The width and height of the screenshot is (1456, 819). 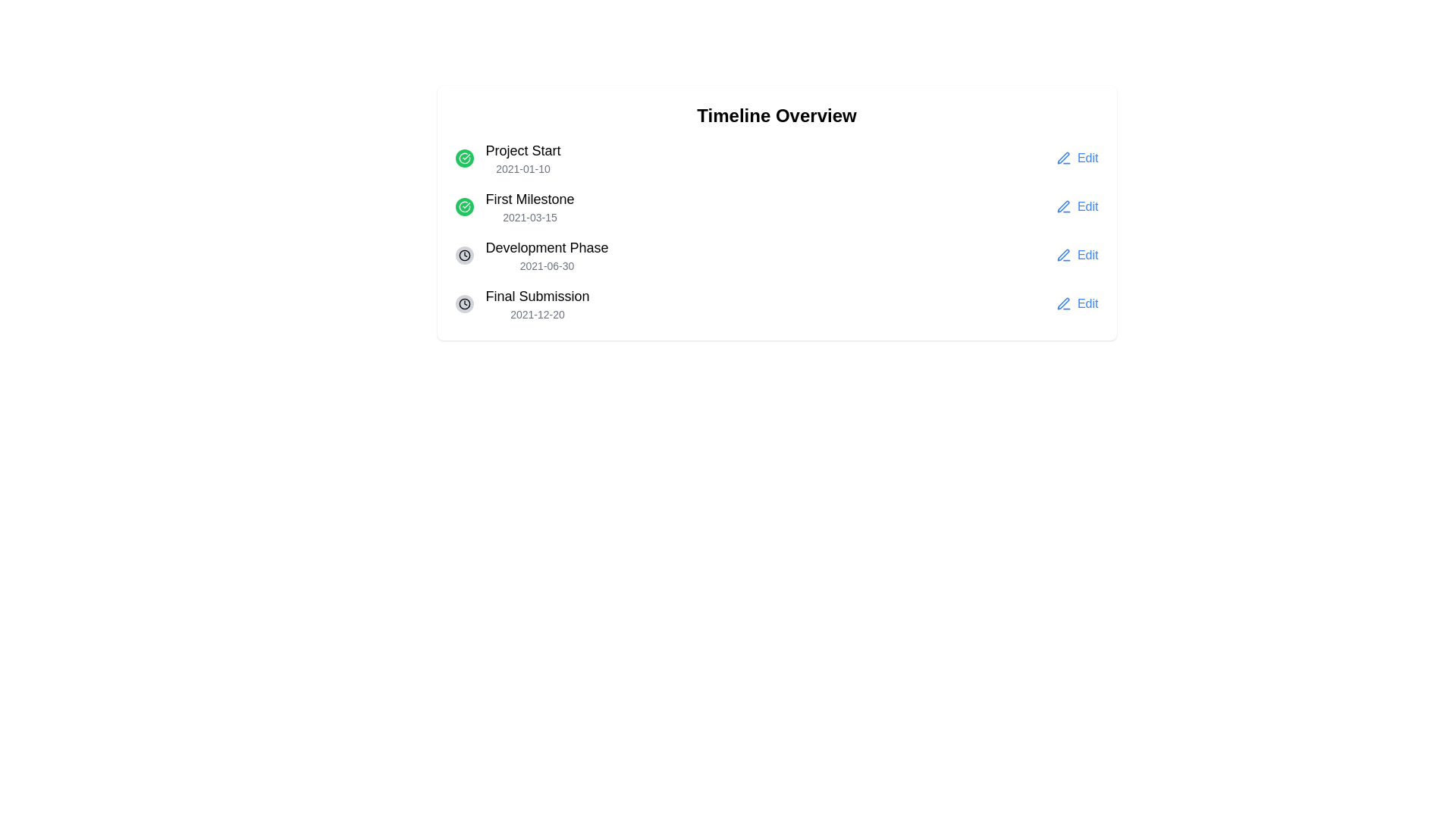 I want to click on text label for the second milestone in the timeline, which serves as the title for the milestone entry, so click(x=530, y=198).